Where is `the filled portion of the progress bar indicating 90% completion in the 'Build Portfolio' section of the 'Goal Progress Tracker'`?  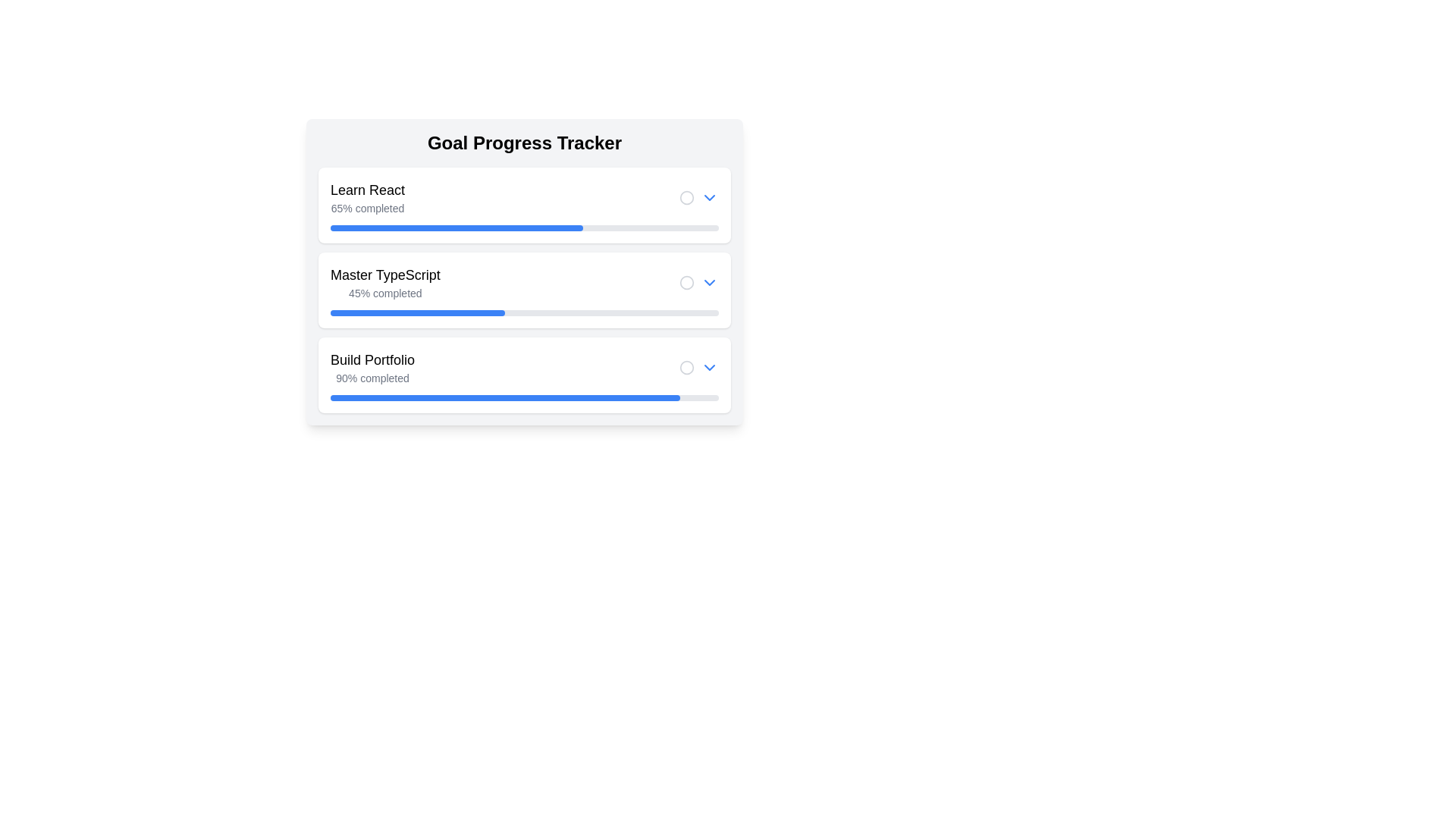 the filled portion of the progress bar indicating 90% completion in the 'Build Portfolio' section of the 'Goal Progress Tracker' is located at coordinates (505, 397).